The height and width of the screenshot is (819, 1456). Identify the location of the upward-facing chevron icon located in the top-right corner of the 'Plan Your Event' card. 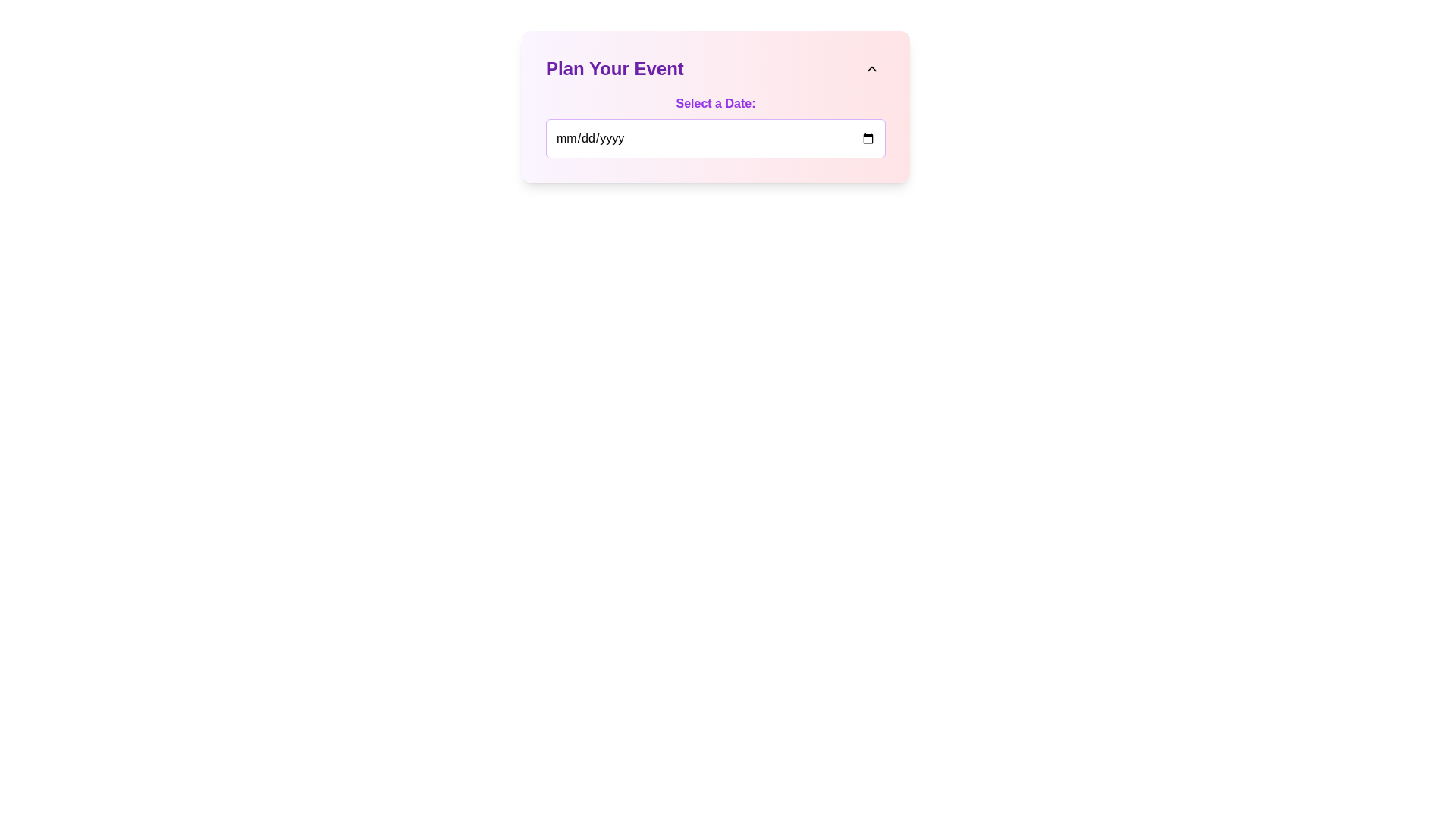
(872, 69).